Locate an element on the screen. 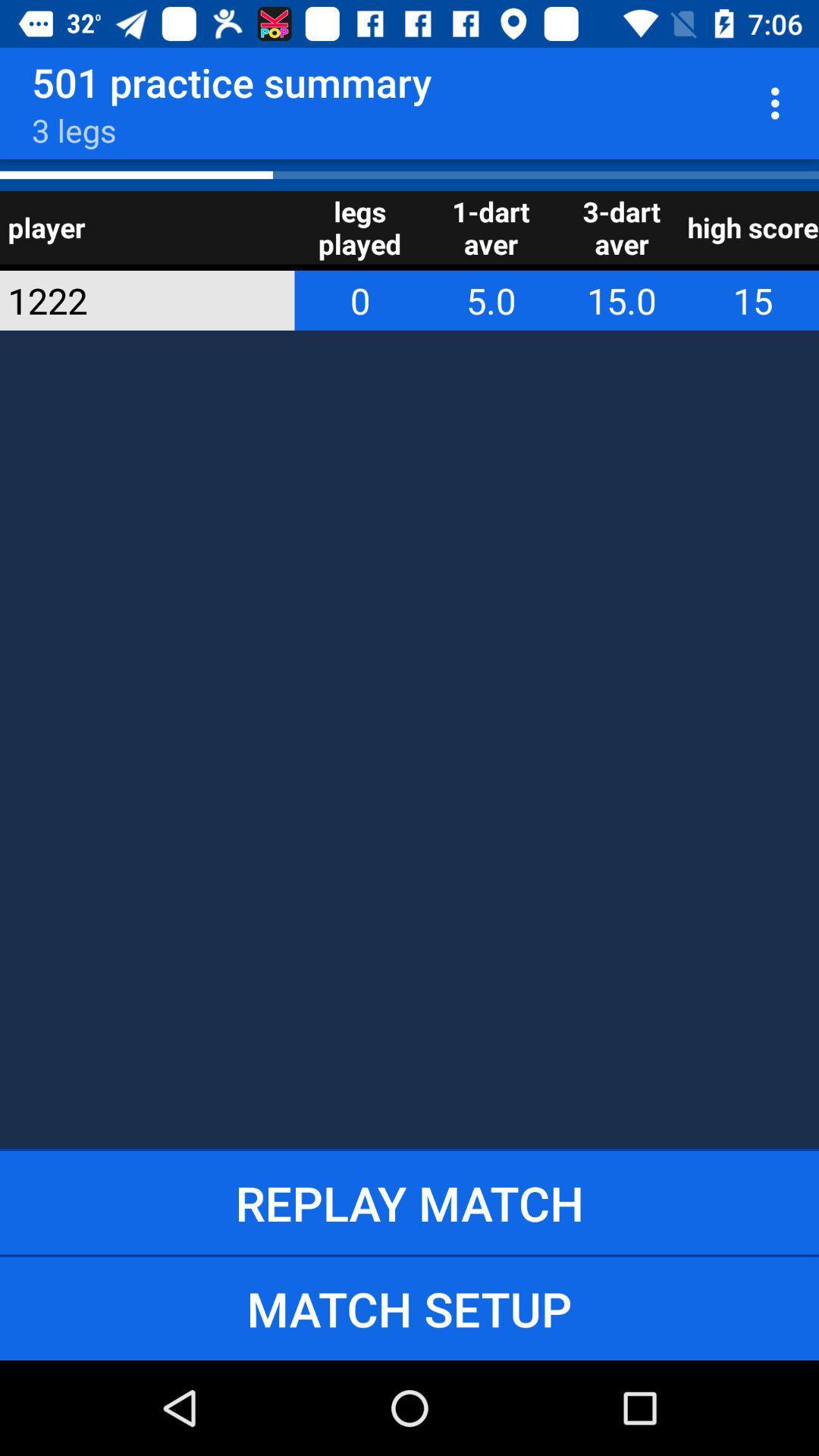 The width and height of the screenshot is (819, 1456). match setup button is located at coordinates (409, 1307).